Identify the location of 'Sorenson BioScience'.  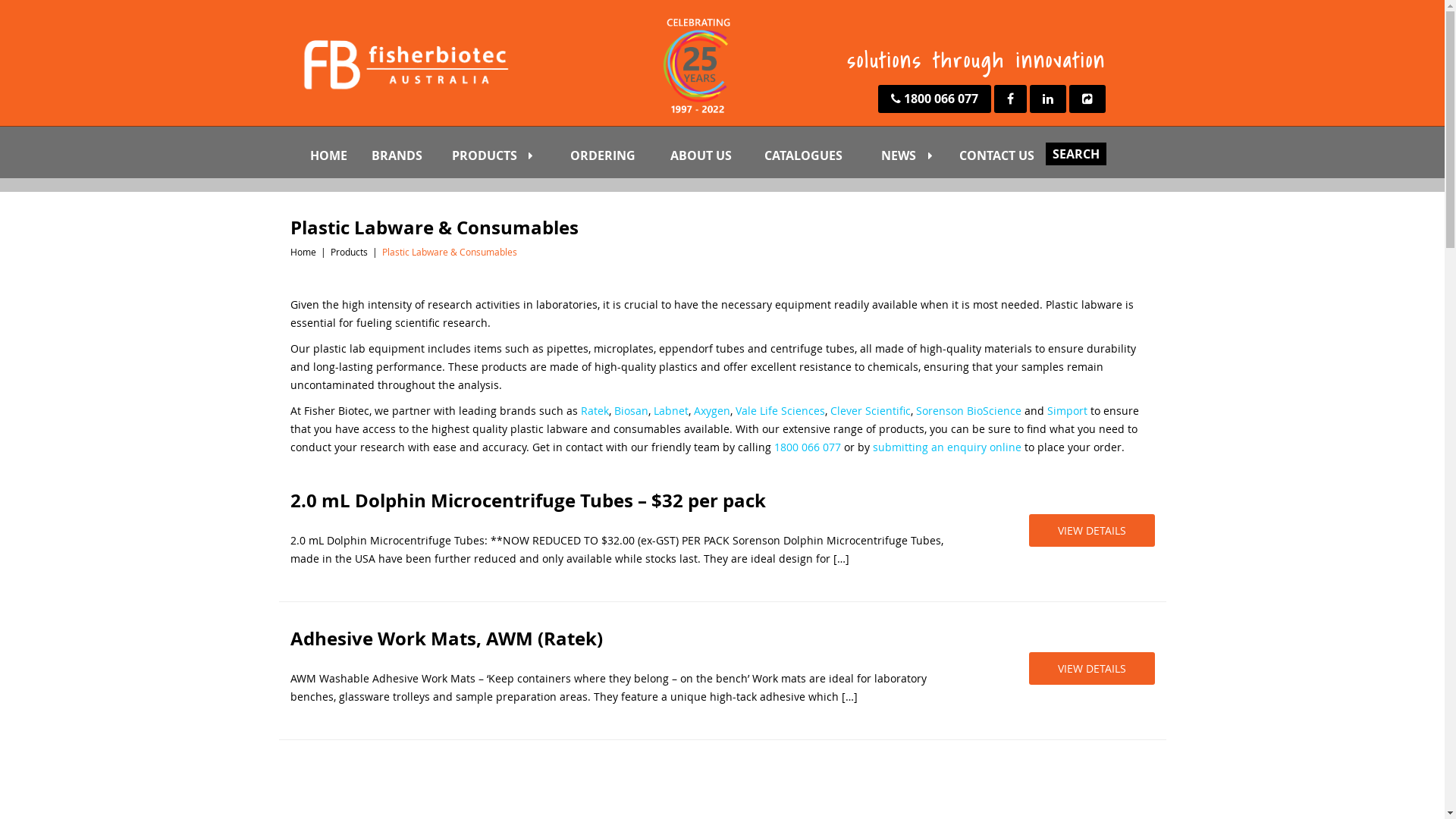
(968, 410).